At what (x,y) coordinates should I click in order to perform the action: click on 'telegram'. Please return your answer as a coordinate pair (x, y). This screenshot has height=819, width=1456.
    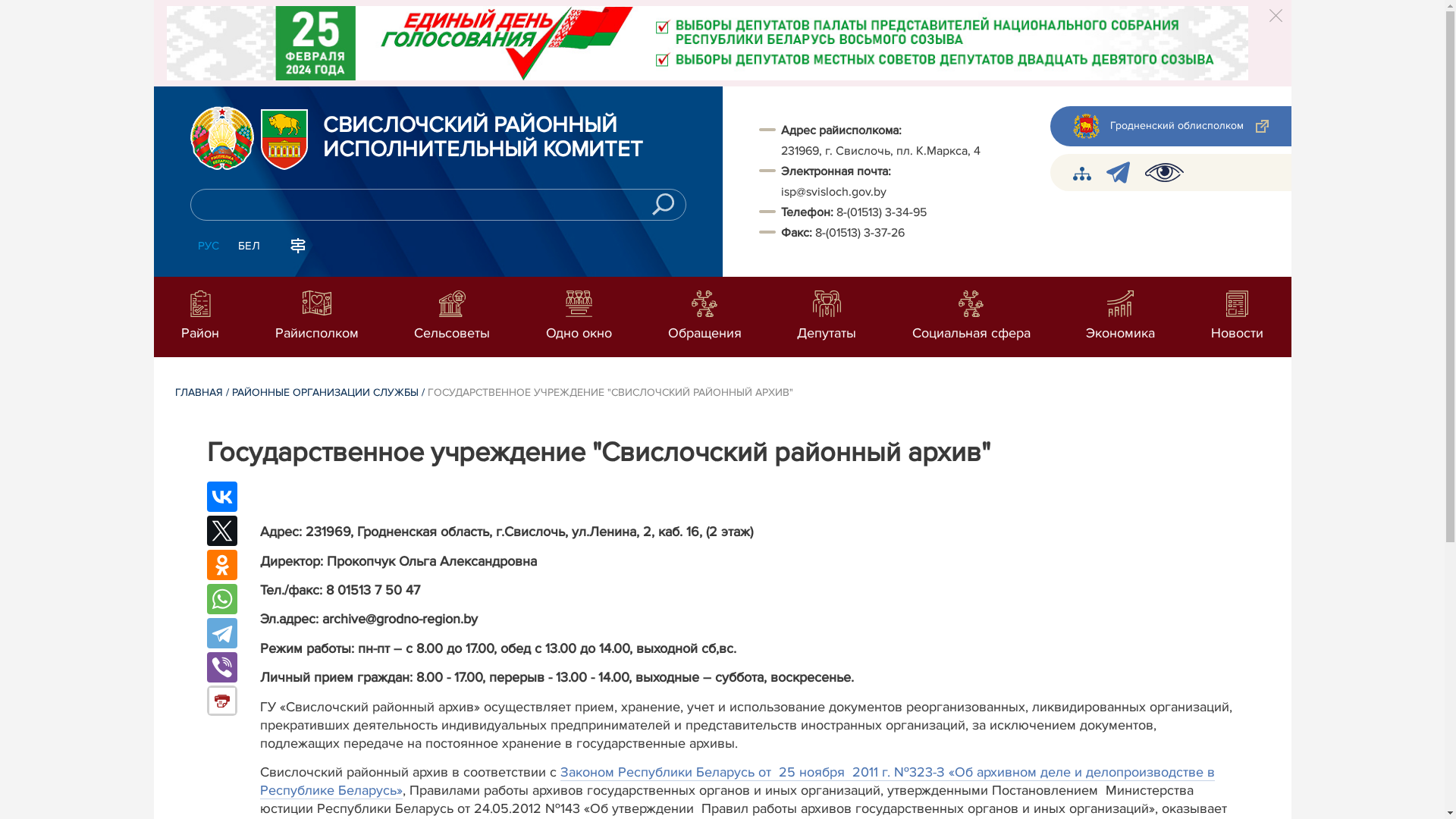
    Looking at the image, I should click on (1106, 171).